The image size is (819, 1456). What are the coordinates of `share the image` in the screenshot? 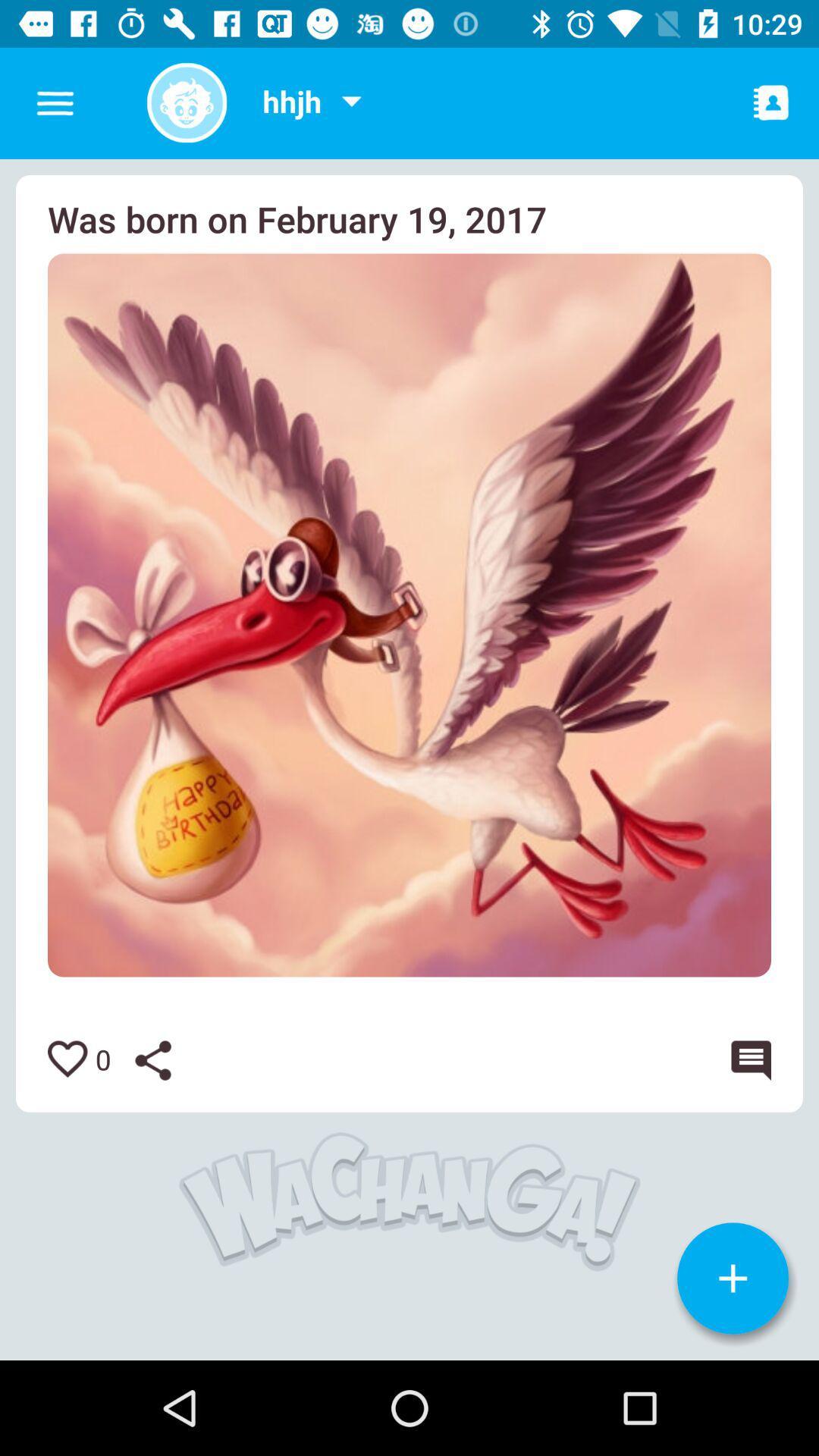 It's located at (165, 1059).